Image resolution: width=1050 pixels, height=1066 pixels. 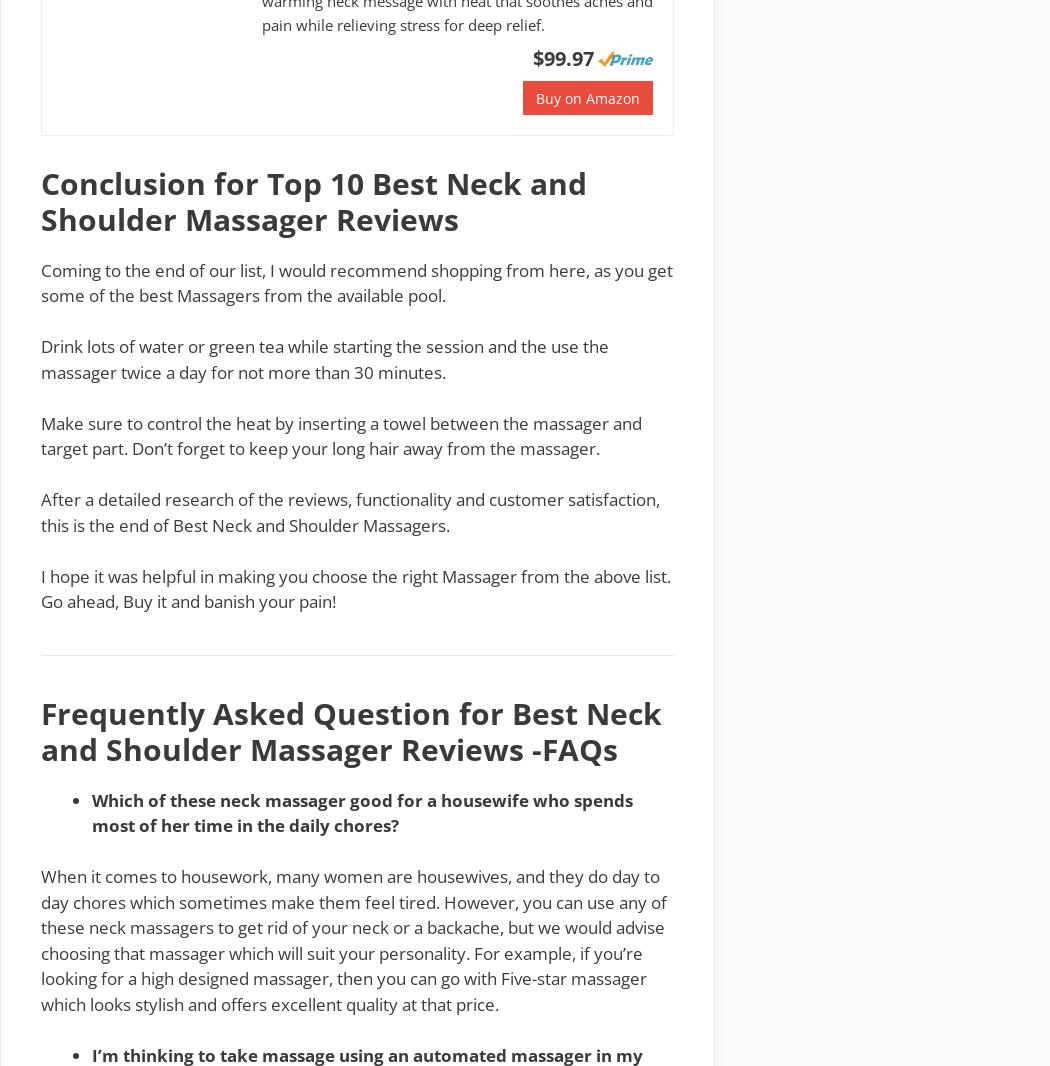 What do you see at coordinates (39, 511) in the screenshot?
I see `'After a detailed research of the reviews, functionality and customer satisfaction, this is the end of Best Neck and Shoulder Massagers.'` at bounding box center [39, 511].